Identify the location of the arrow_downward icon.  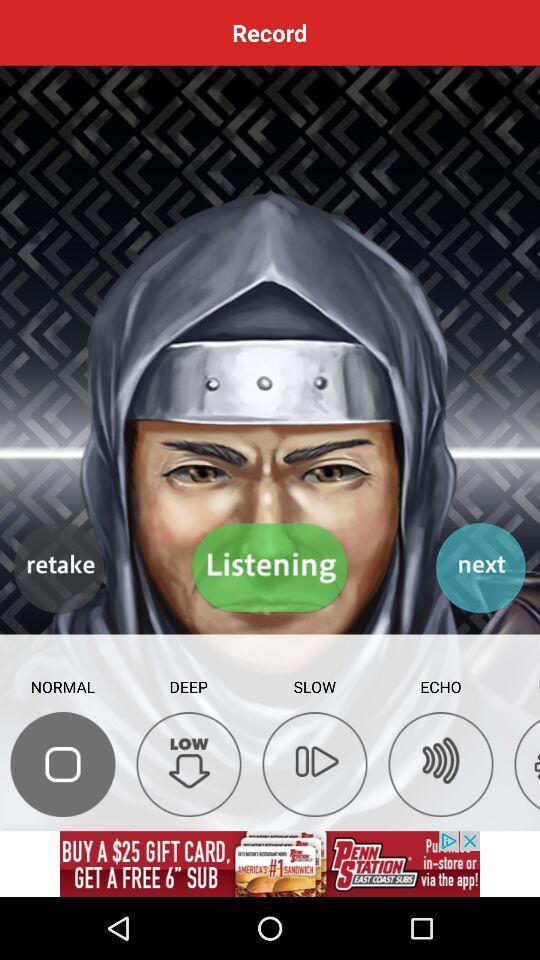
(189, 818).